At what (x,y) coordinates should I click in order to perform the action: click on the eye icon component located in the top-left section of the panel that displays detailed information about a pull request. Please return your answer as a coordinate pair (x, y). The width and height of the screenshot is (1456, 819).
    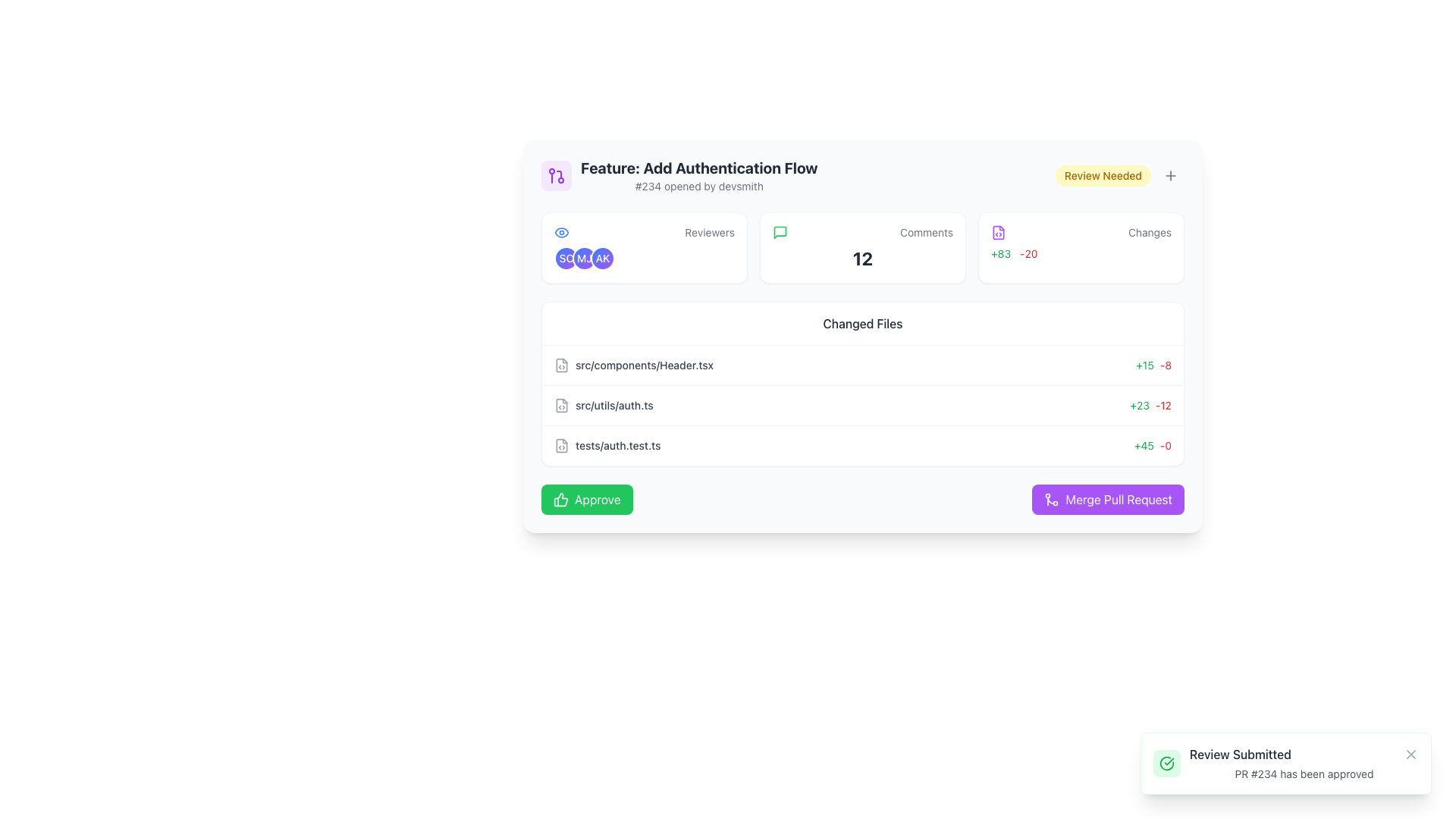
    Looking at the image, I should click on (560, 233).